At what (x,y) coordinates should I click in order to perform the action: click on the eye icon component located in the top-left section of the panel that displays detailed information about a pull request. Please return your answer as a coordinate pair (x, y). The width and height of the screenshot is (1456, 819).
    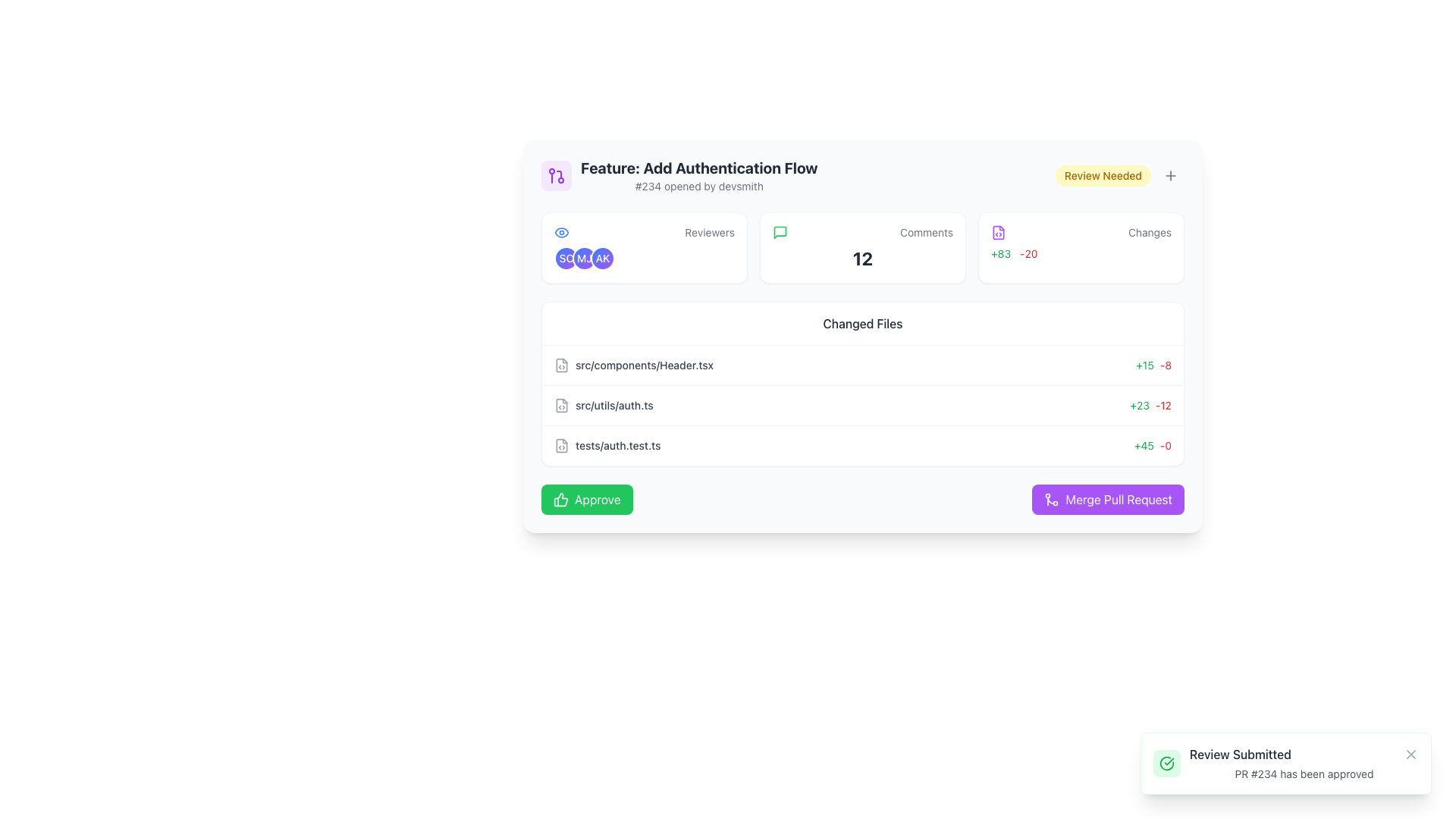
    Looking at the image, I should click on (560, 233).